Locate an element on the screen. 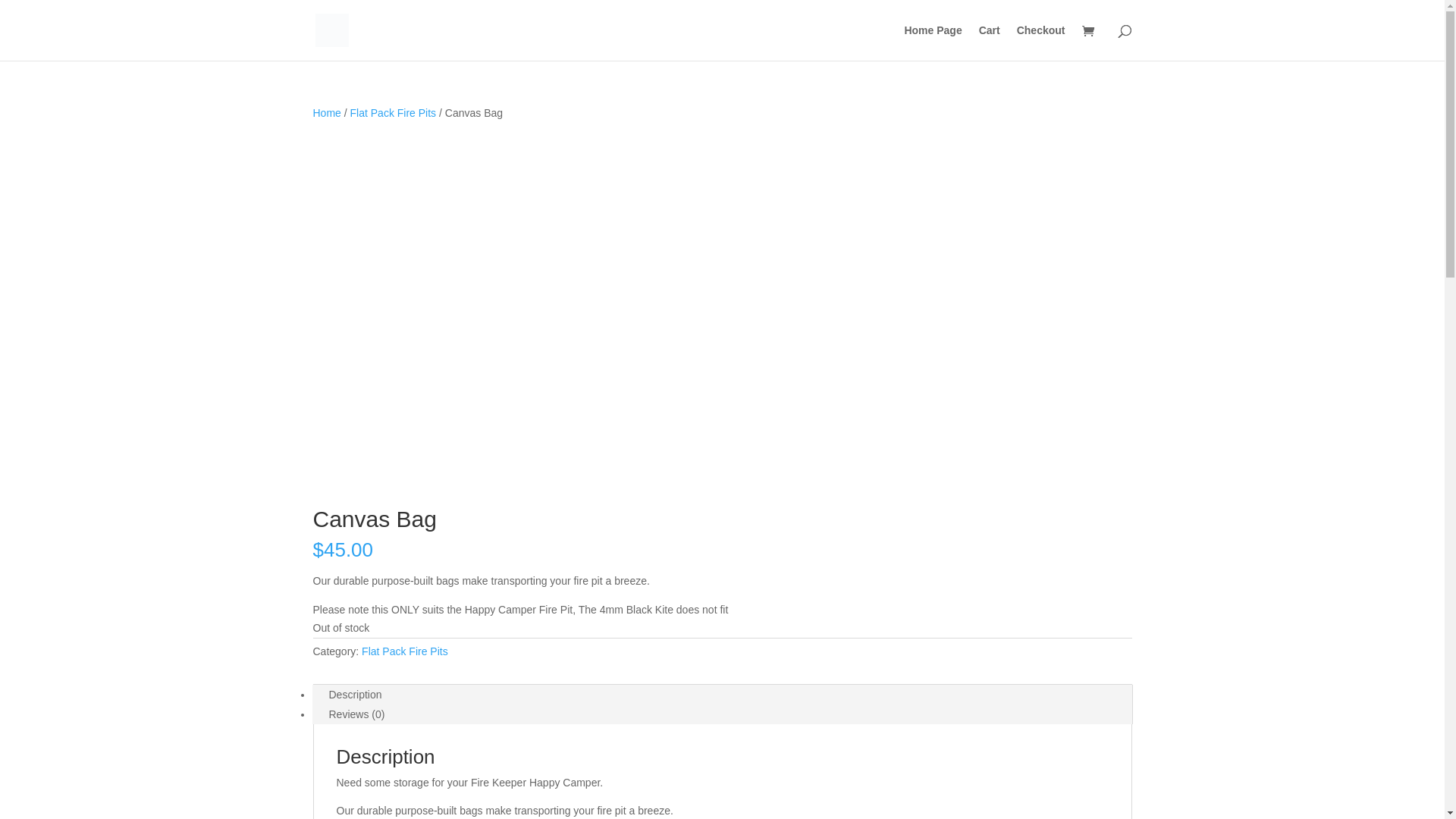  'Flat Pack Fire Pits' is located at coordinates (360, 651).